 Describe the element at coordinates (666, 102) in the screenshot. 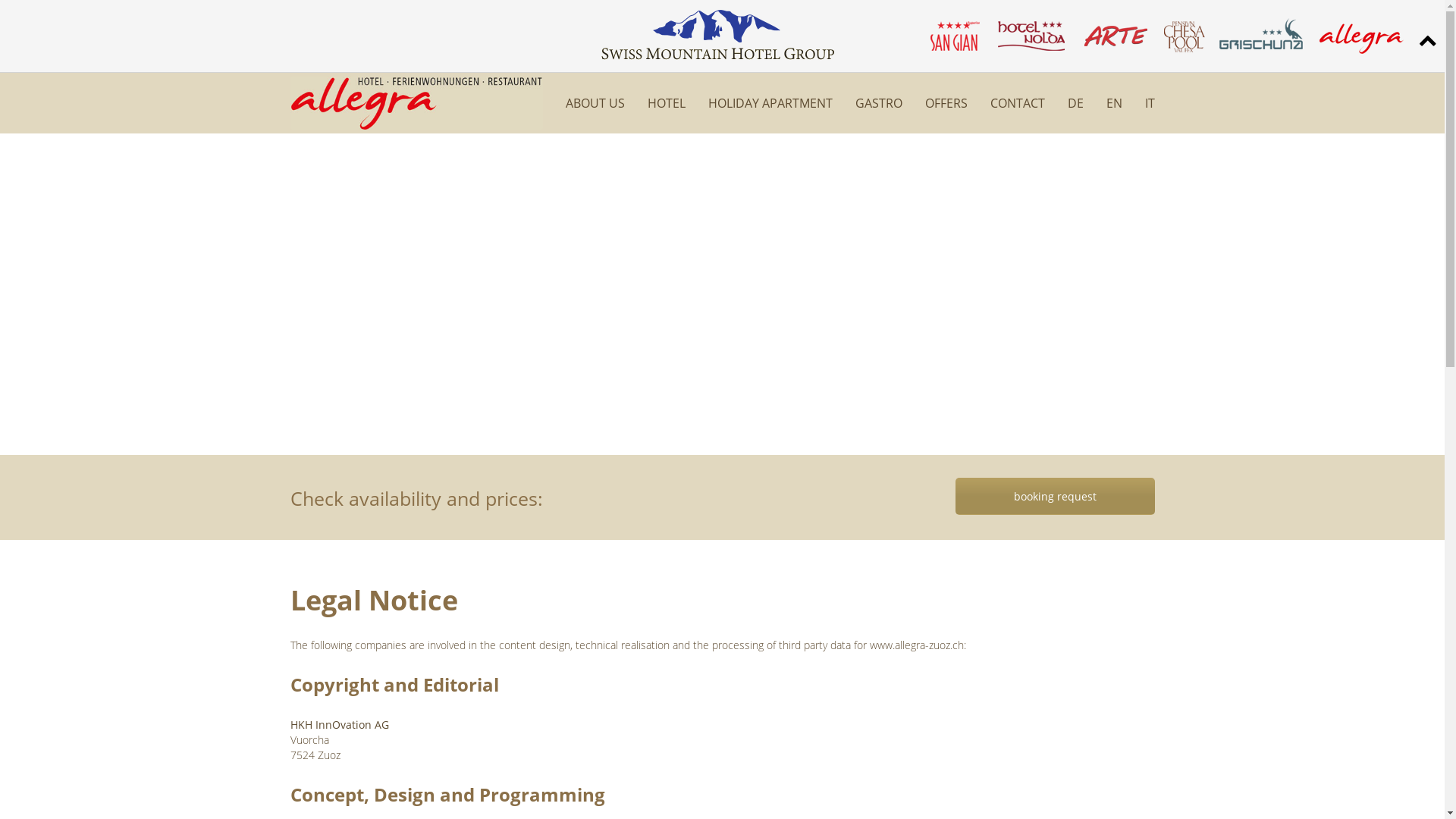

I see `'HOTEL'` at that location.